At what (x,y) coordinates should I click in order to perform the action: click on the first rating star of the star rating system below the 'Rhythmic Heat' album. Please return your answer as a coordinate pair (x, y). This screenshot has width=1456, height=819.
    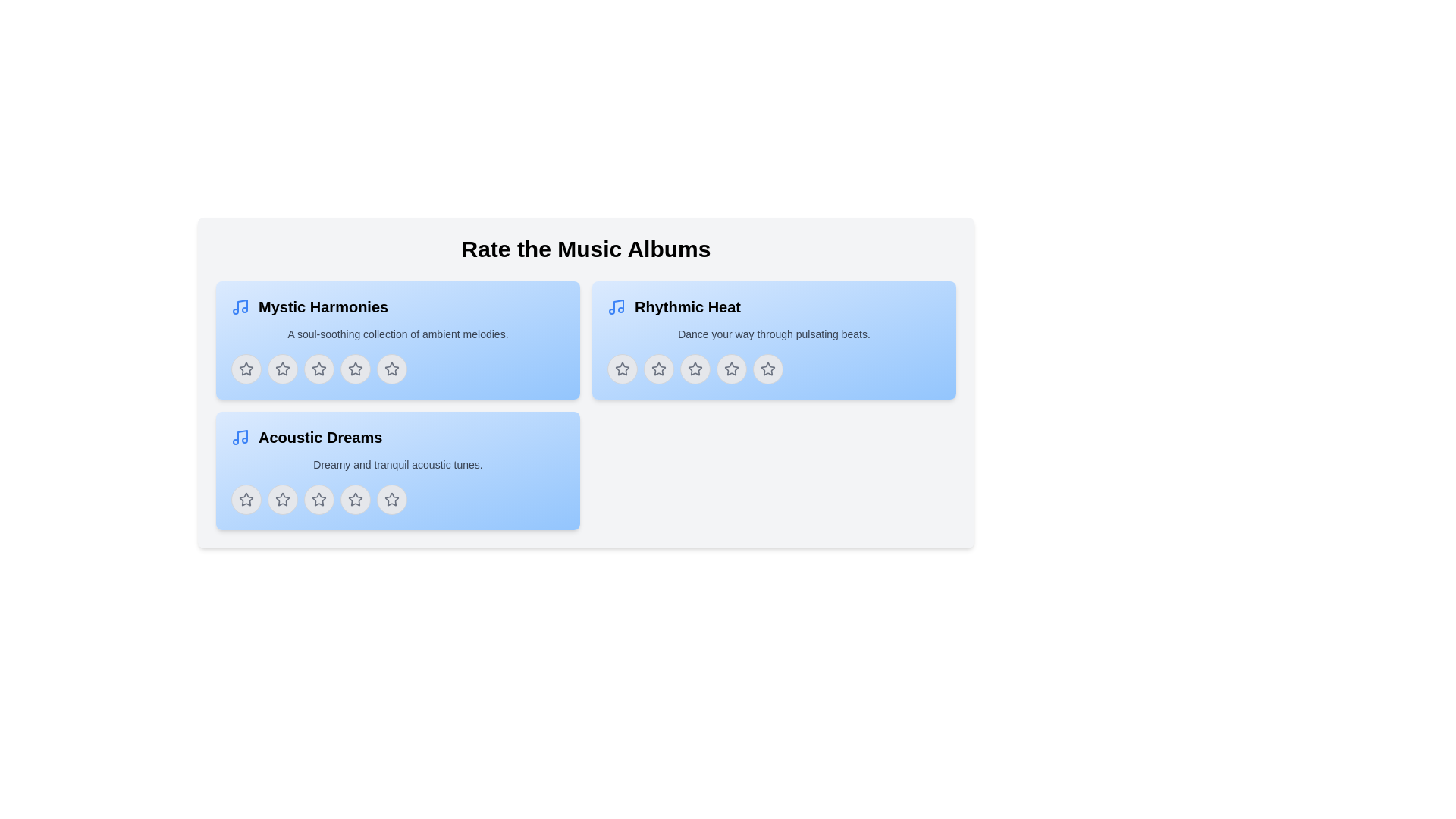
    Looking at the image, I should click on (658, 369).